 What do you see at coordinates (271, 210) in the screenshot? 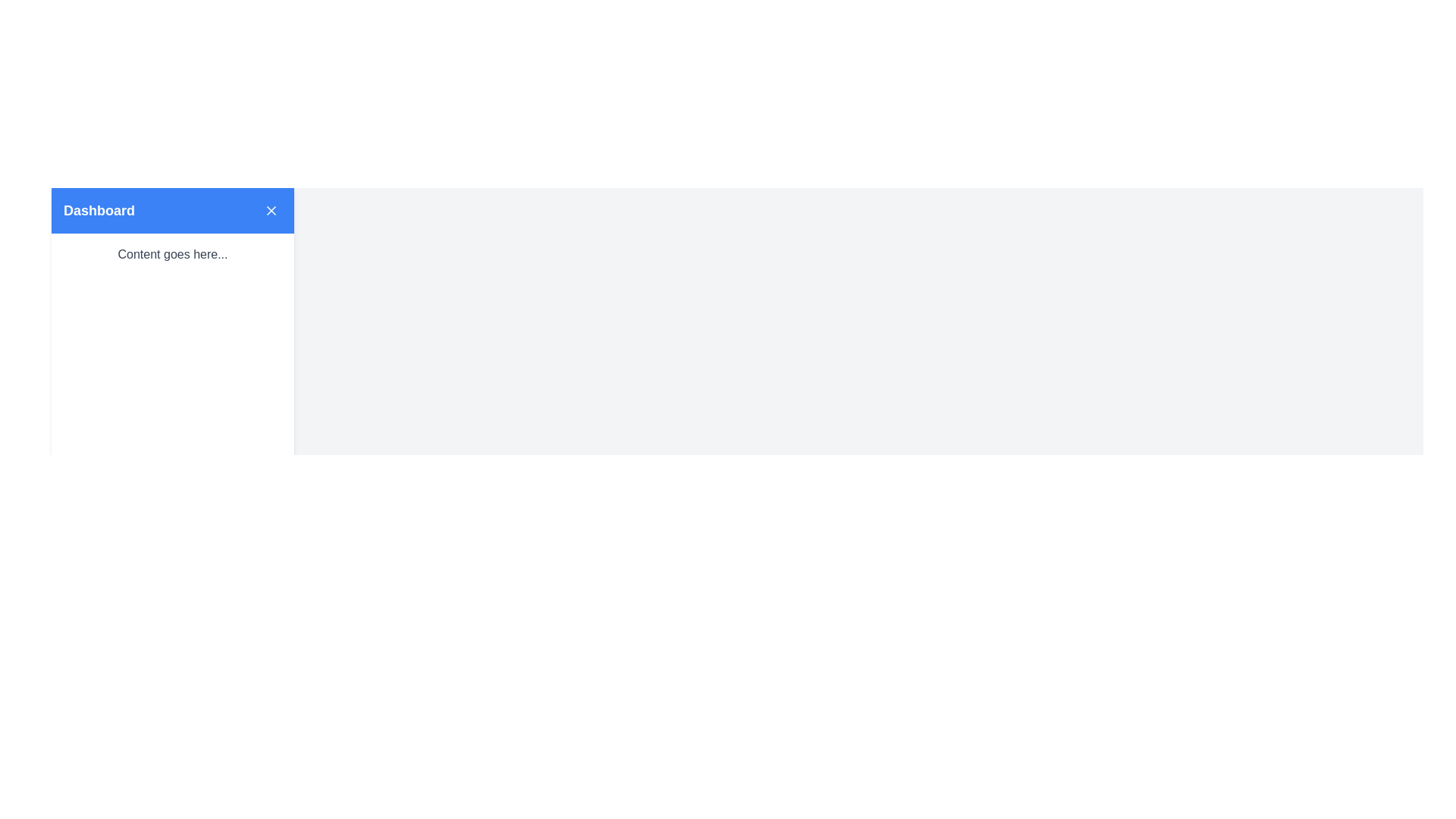
I see `the close button located in the top-right corner of the blue header bar labeled 'Dashboard'` at bounding box center [271, 210].